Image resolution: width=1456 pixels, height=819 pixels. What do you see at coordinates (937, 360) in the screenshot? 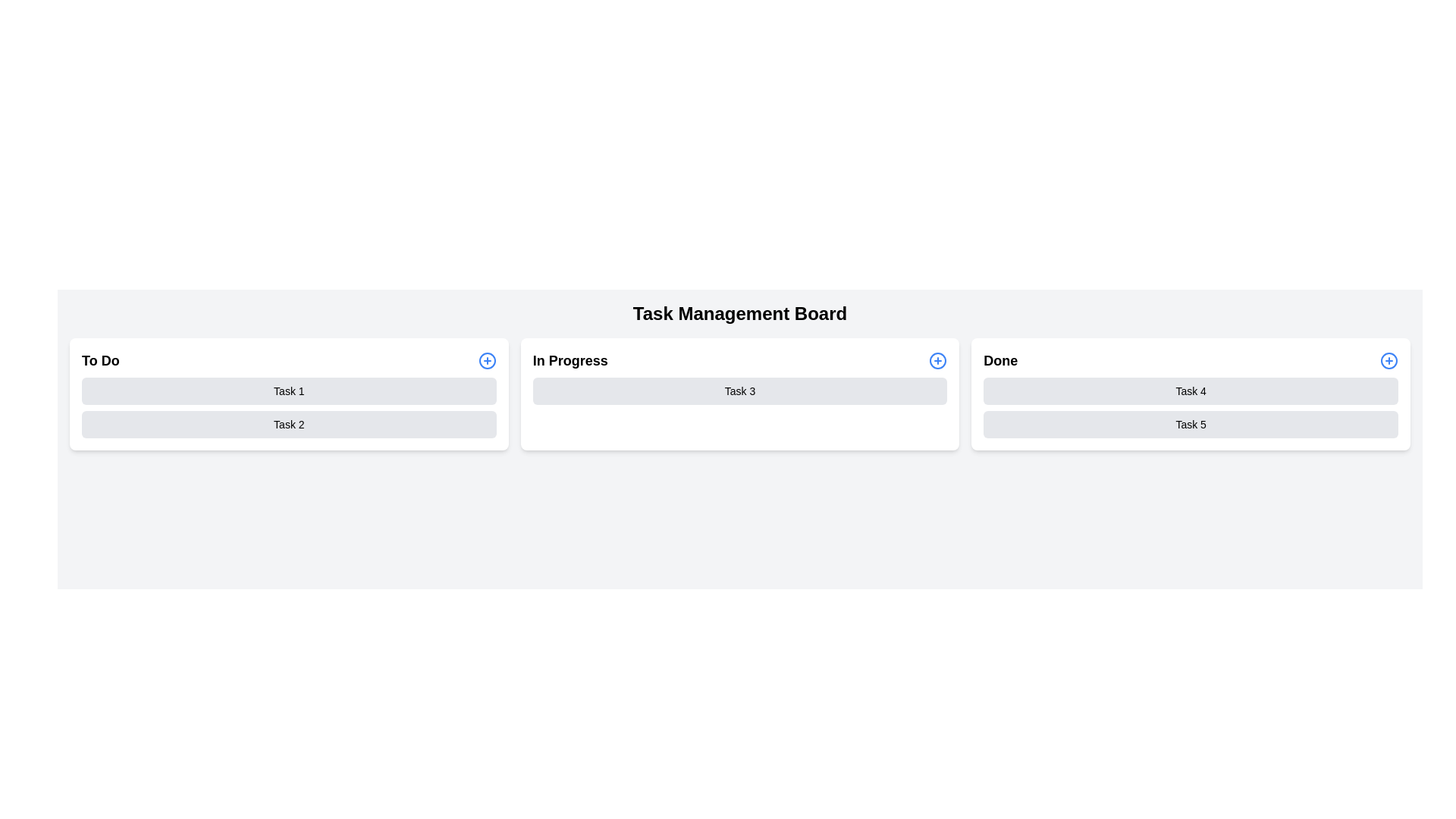
I see `the circular '+' button with a blue outline located in the top-right corner of the 'In Progress' column header` at bounding box center [937, 360].